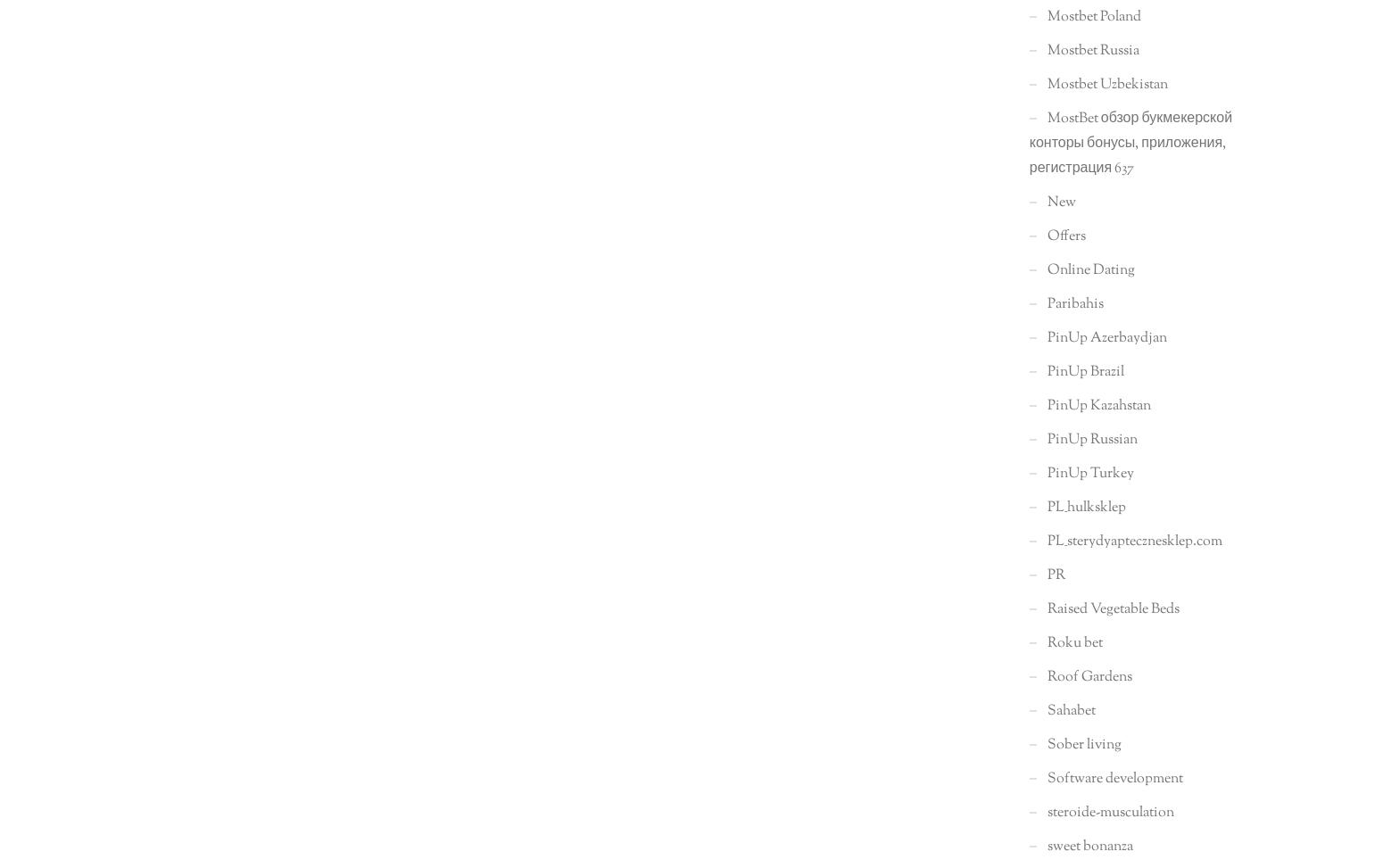 The height and width of the screenshot is (868, 1383). Describe the element at coordinates (1047, 778) in the screenshot. I see `'Software development'` at that location.